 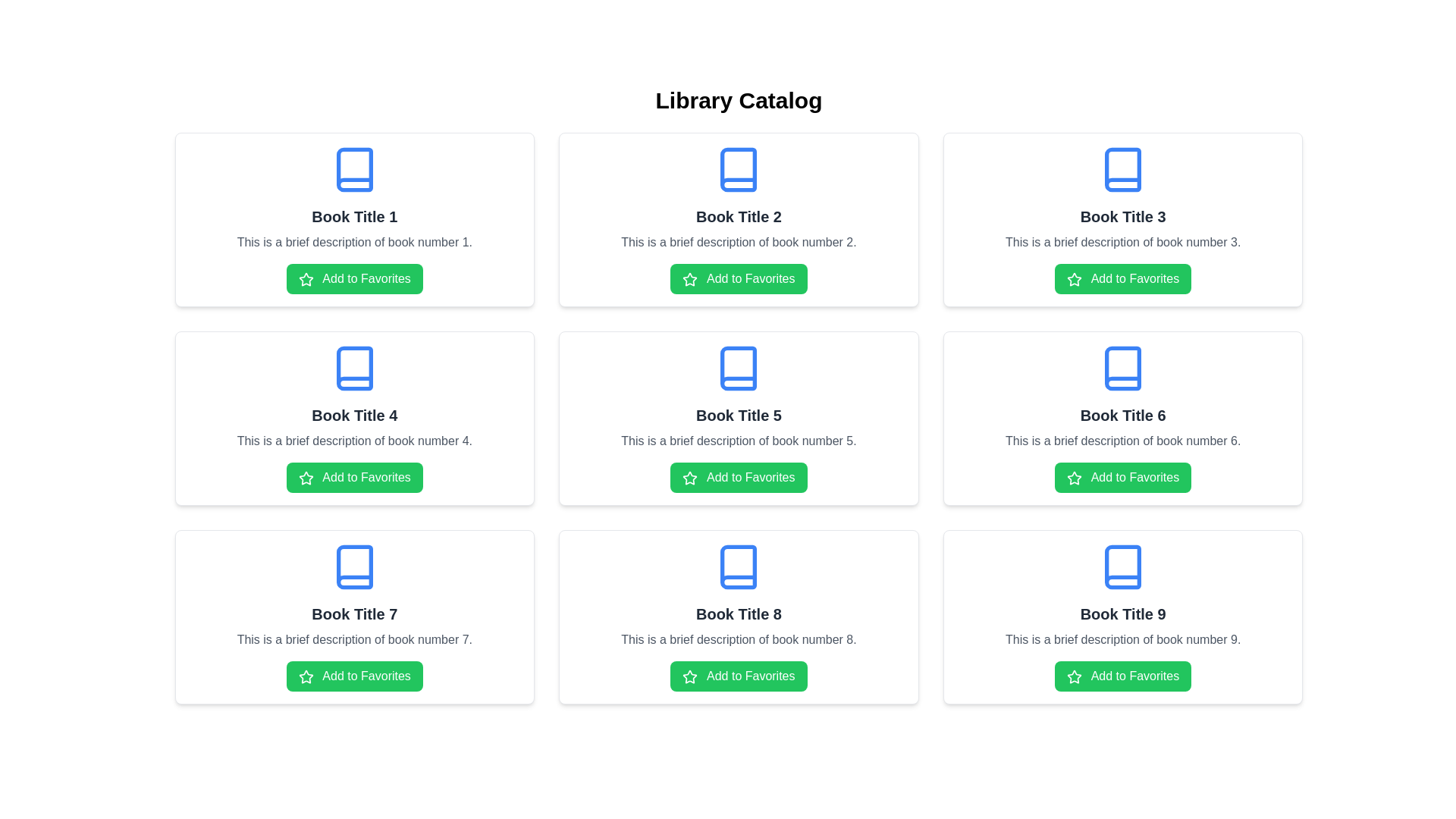 I want to click on the text label that provides details about 'Book number 7', which is located in the middle row of the grid layout, beneath 'Book Title 7' and above the 'Add to Favorites' button, so click(x=353, y=640).